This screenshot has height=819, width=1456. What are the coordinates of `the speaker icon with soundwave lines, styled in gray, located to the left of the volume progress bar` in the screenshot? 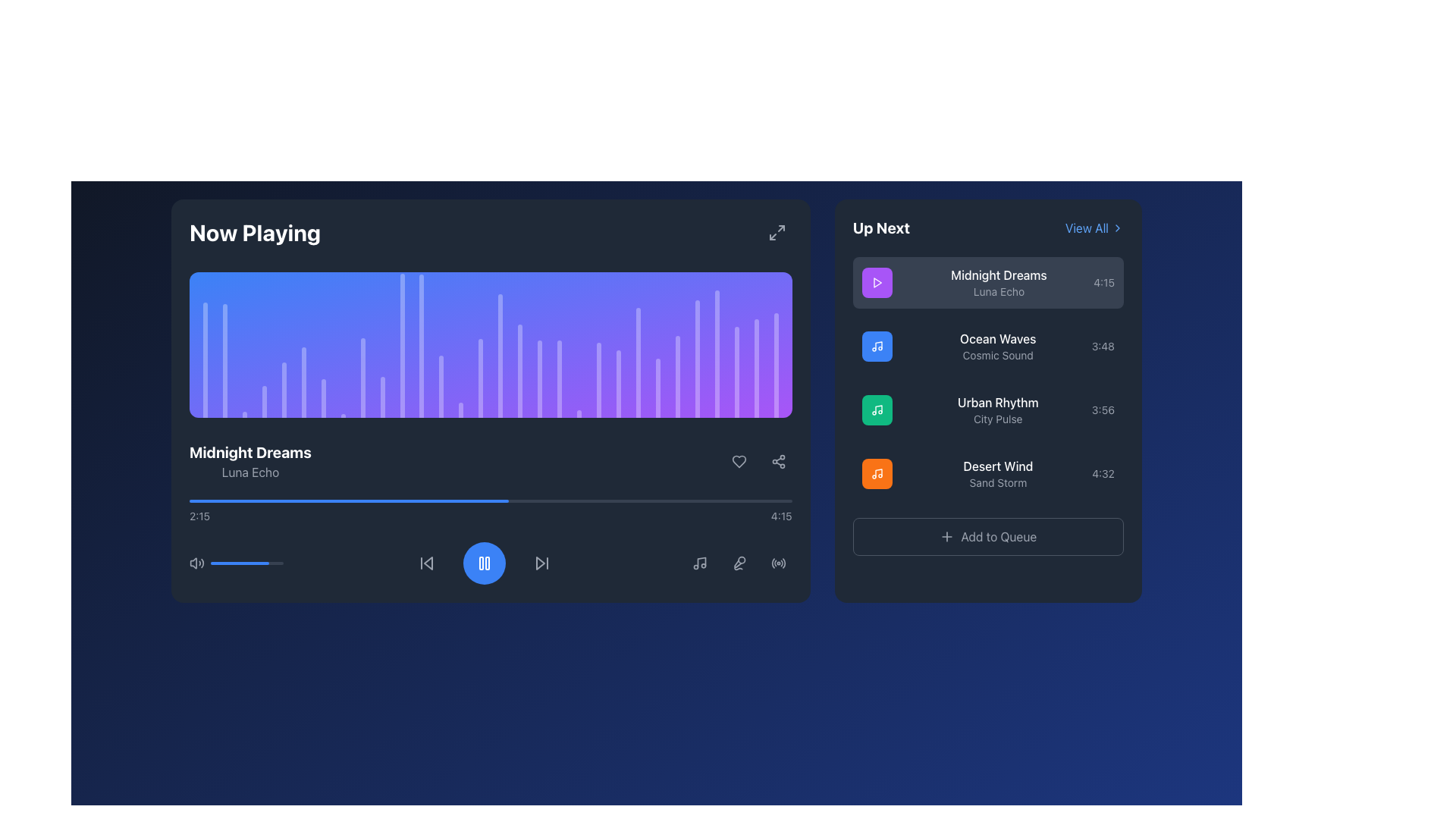 It's located at (196, 563).